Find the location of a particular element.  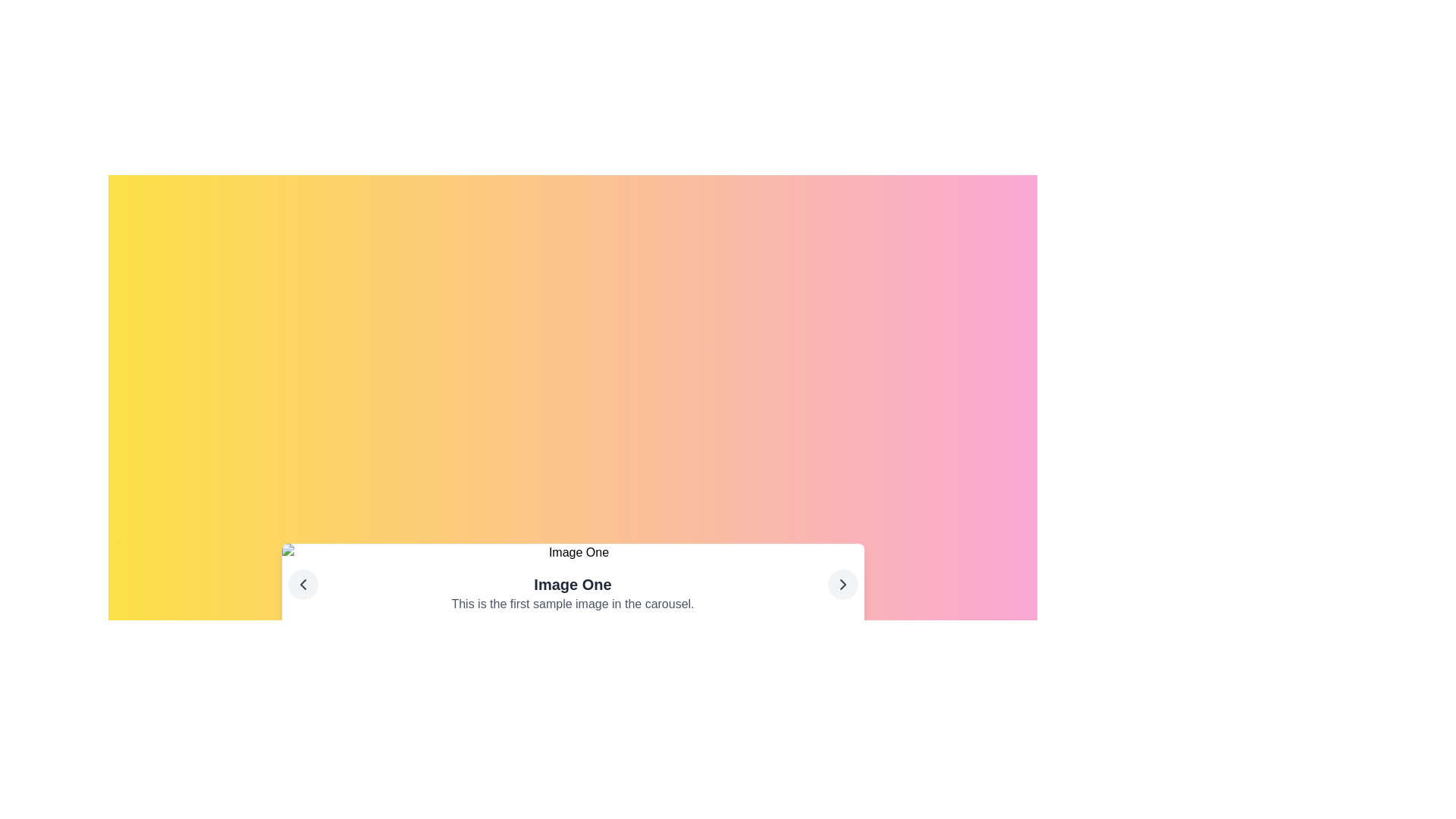

the static text element containing the sentence 'This is the first sample image in the carousel.' which is displayed below the title 'Image One' is located at coordinates (572, 604).